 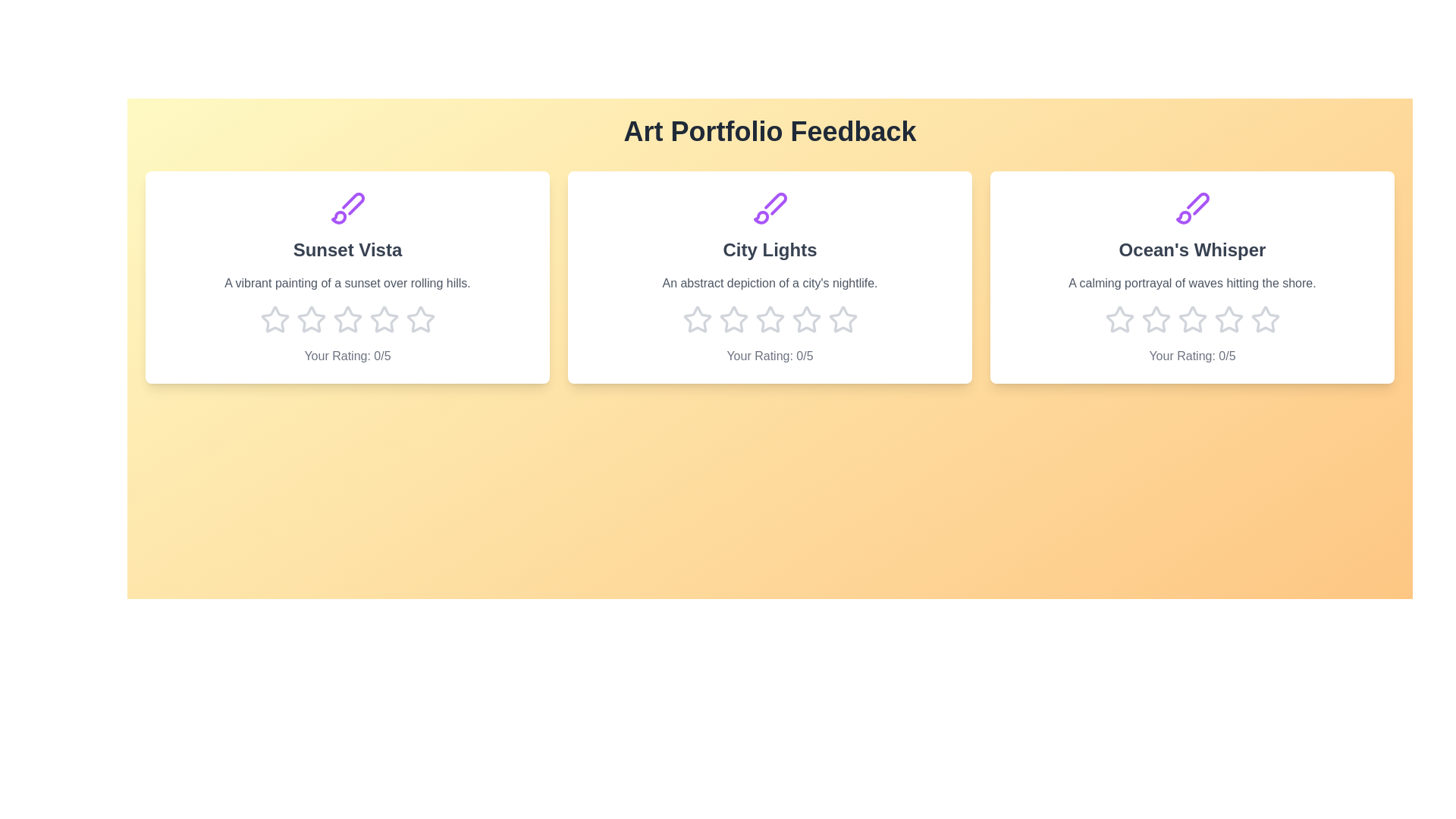 I want to click on the star corresponding to 3 stars for the artwork titled 'Ocean's Whisper', so click(x=1191, y=318).